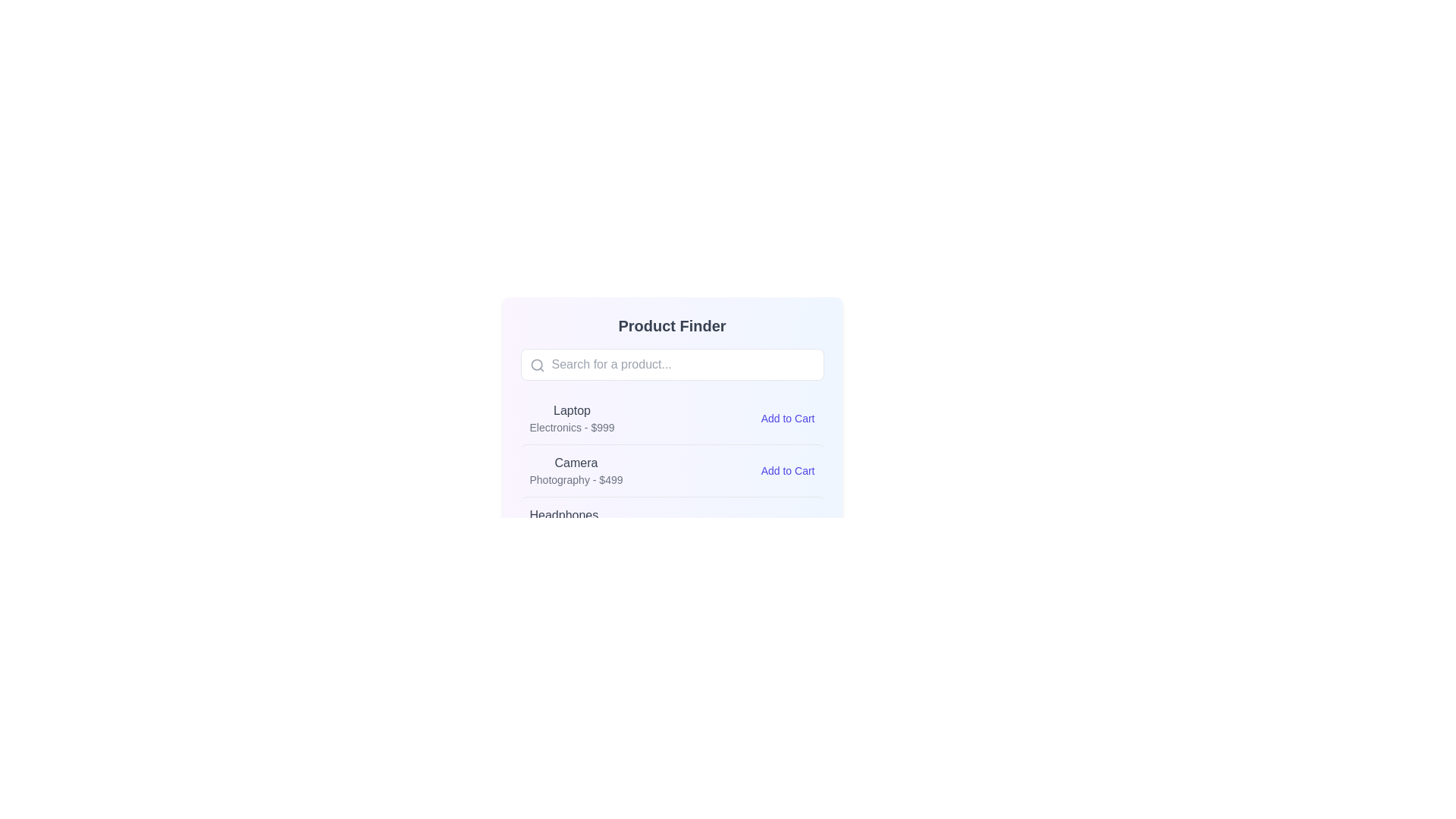 This screenshot has height=819, width=1456. I want to click on the text label that serves as the title for the product named 'Camera', located in the 'Product Finder' interface between the 'Laptop' and 'Headphones' entries, so click(575, 462).